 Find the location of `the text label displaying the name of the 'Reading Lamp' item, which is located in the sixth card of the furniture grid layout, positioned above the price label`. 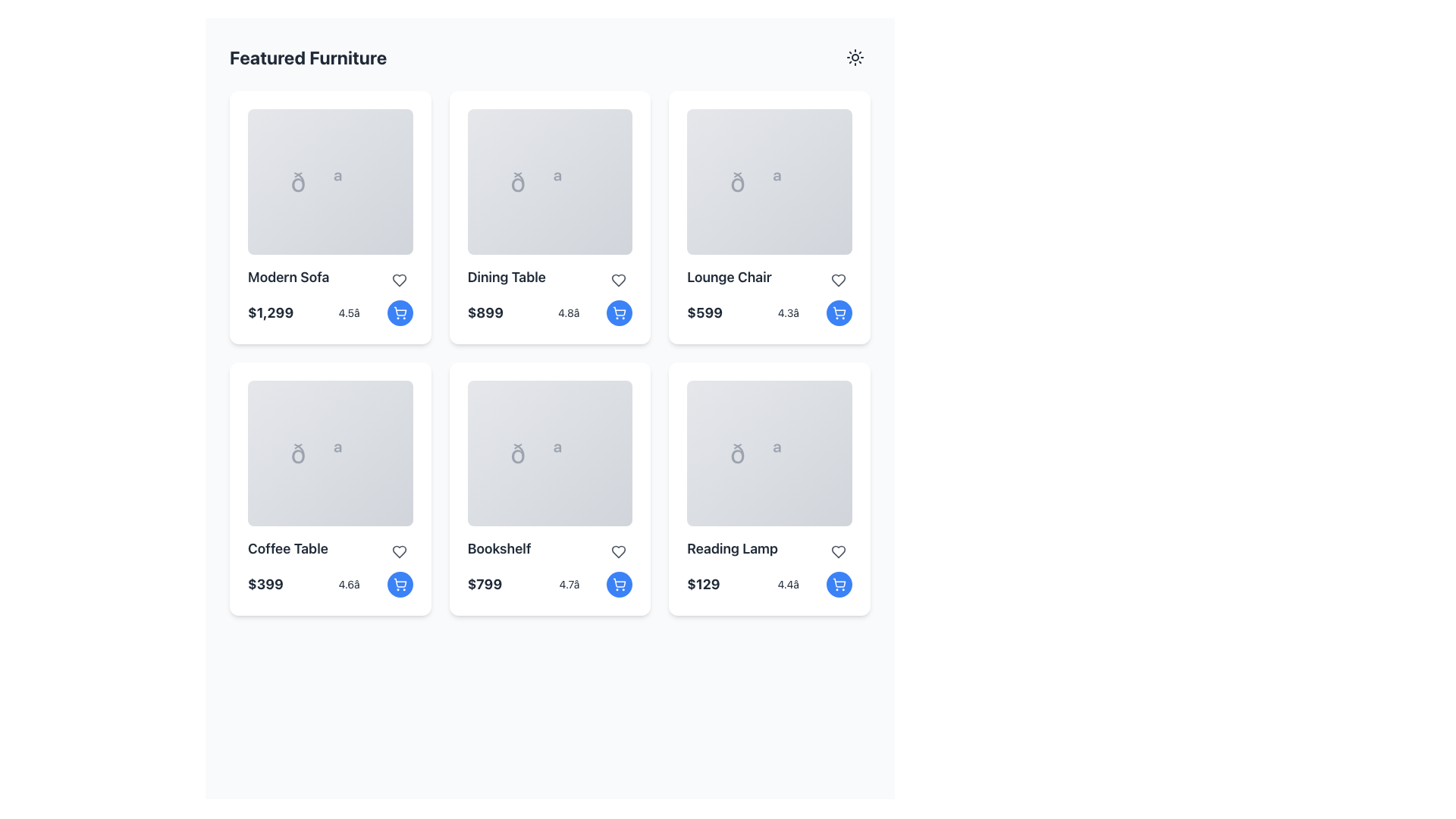

the text label displaying the name of the 'Reading Lamp' item, which is located in the sixth card of the furniture grid layout, positioned above the price label is located at coordinates (733, 549).